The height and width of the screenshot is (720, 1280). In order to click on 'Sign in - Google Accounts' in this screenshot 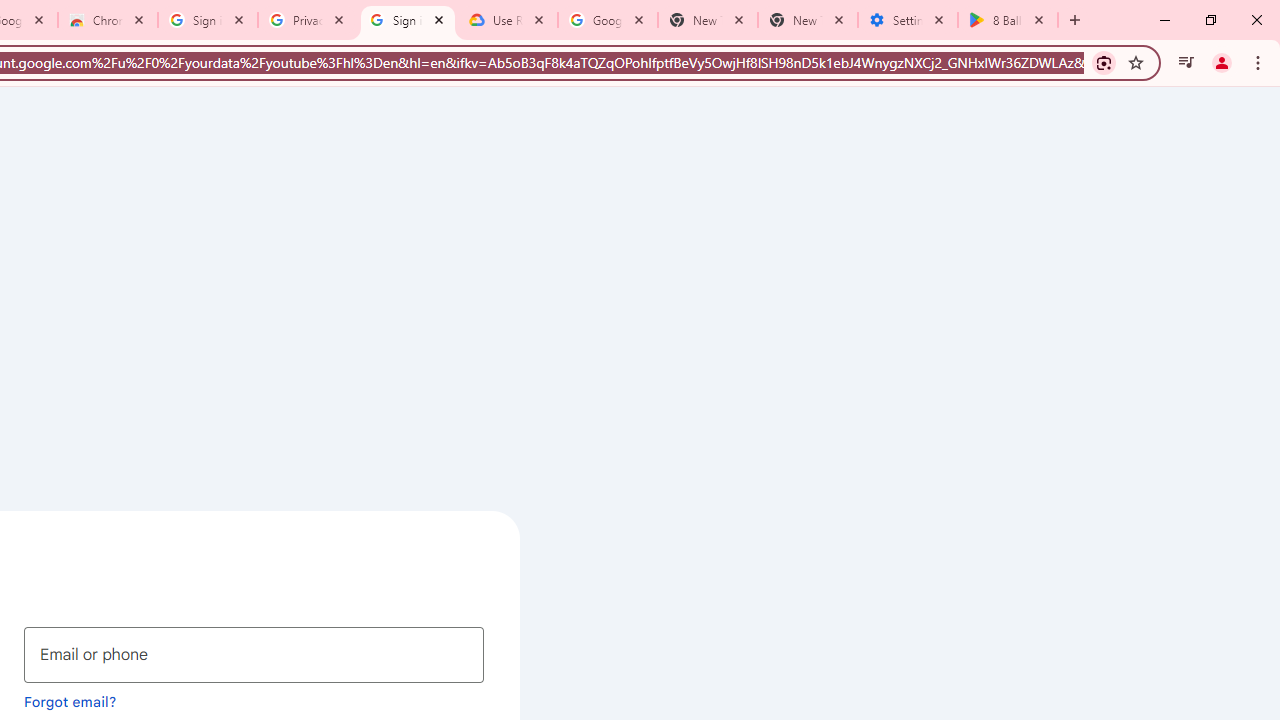, I will do `click(208, 20)`.